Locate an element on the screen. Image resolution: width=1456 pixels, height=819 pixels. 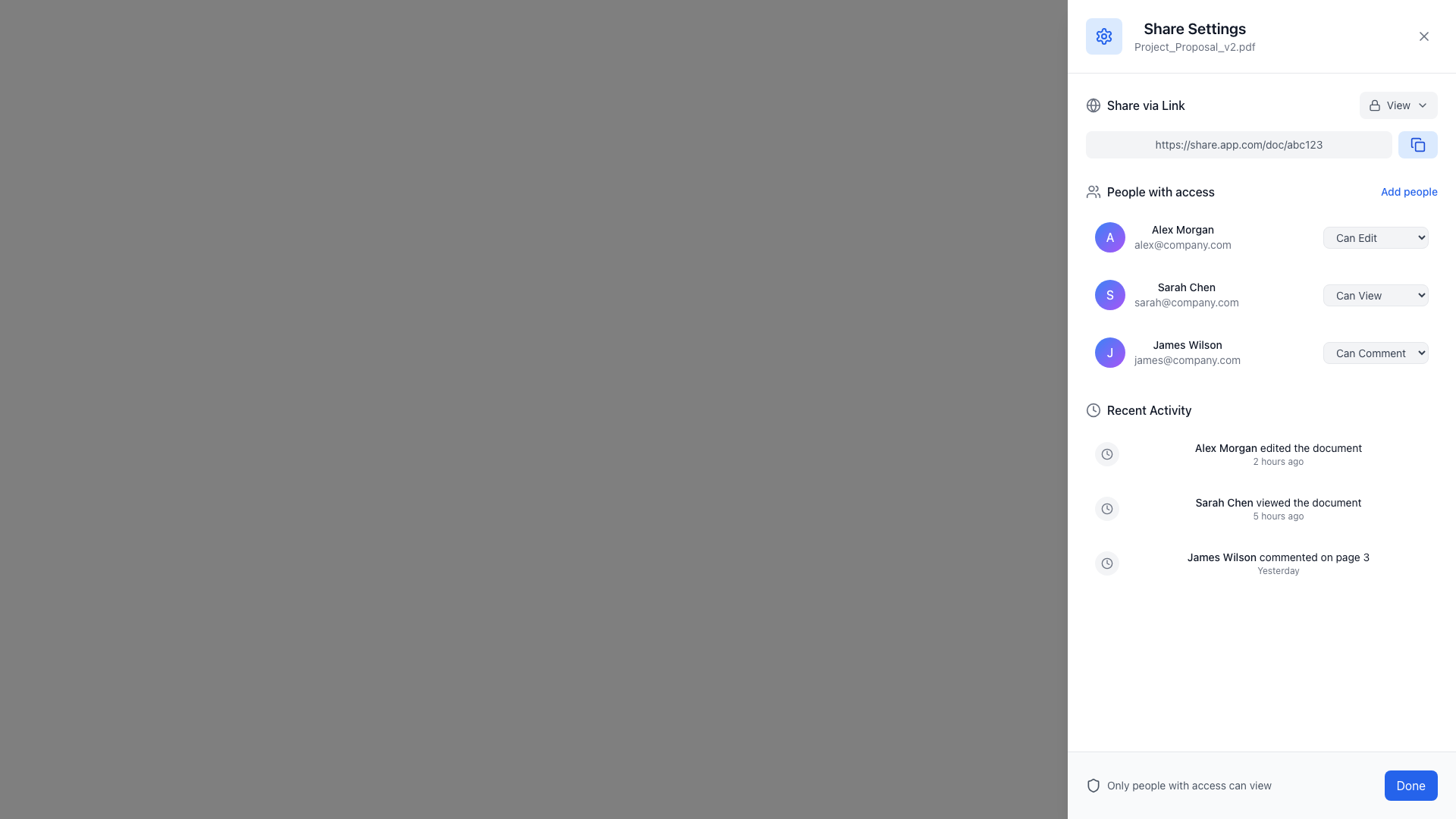
the graphical icon representing 'people' or 'group' located to the left of the text 'People with access' in the sharing settings panel is located at coordinates (1093, 191).